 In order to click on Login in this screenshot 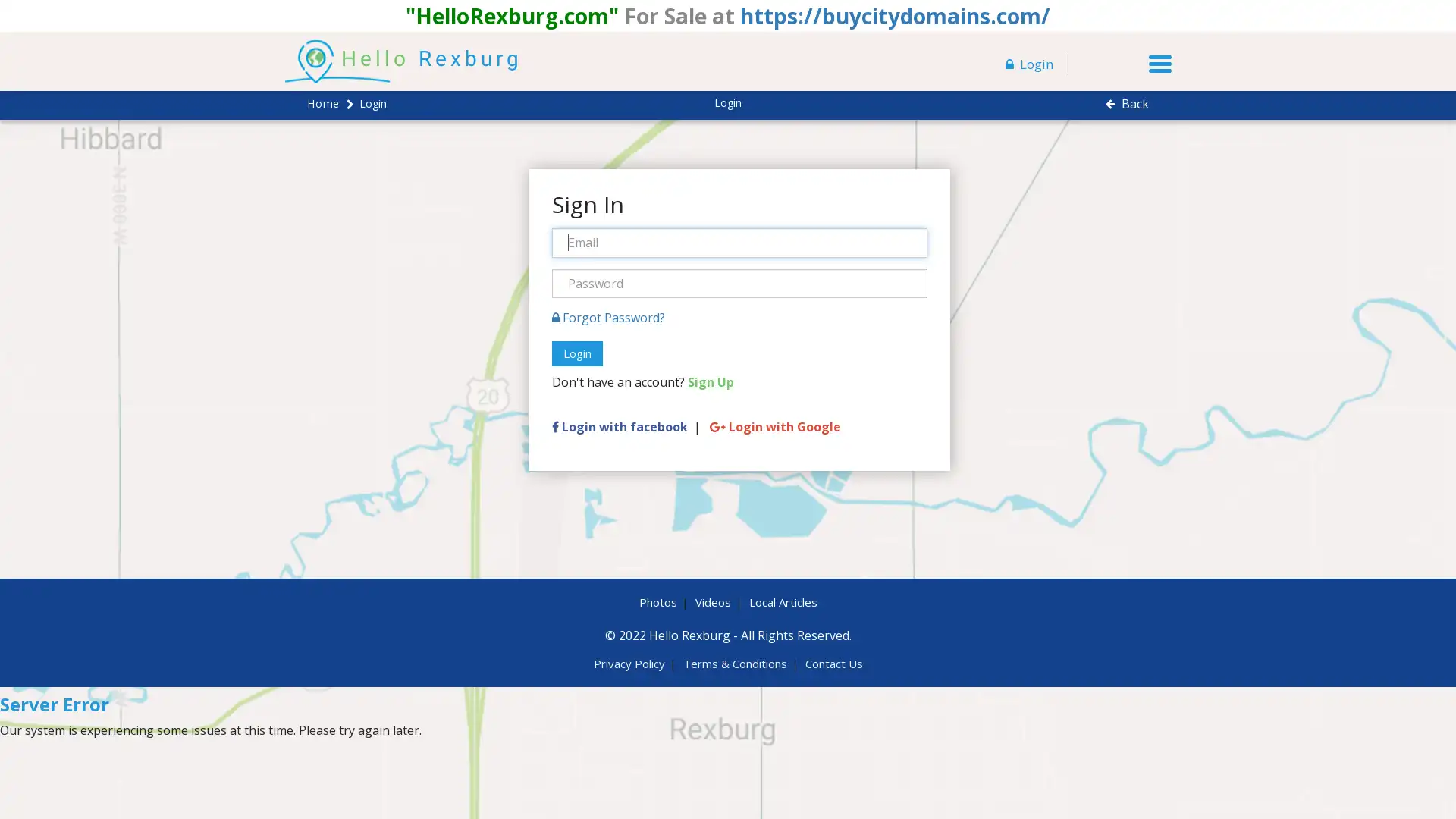, I will do `click(576, 353)`.